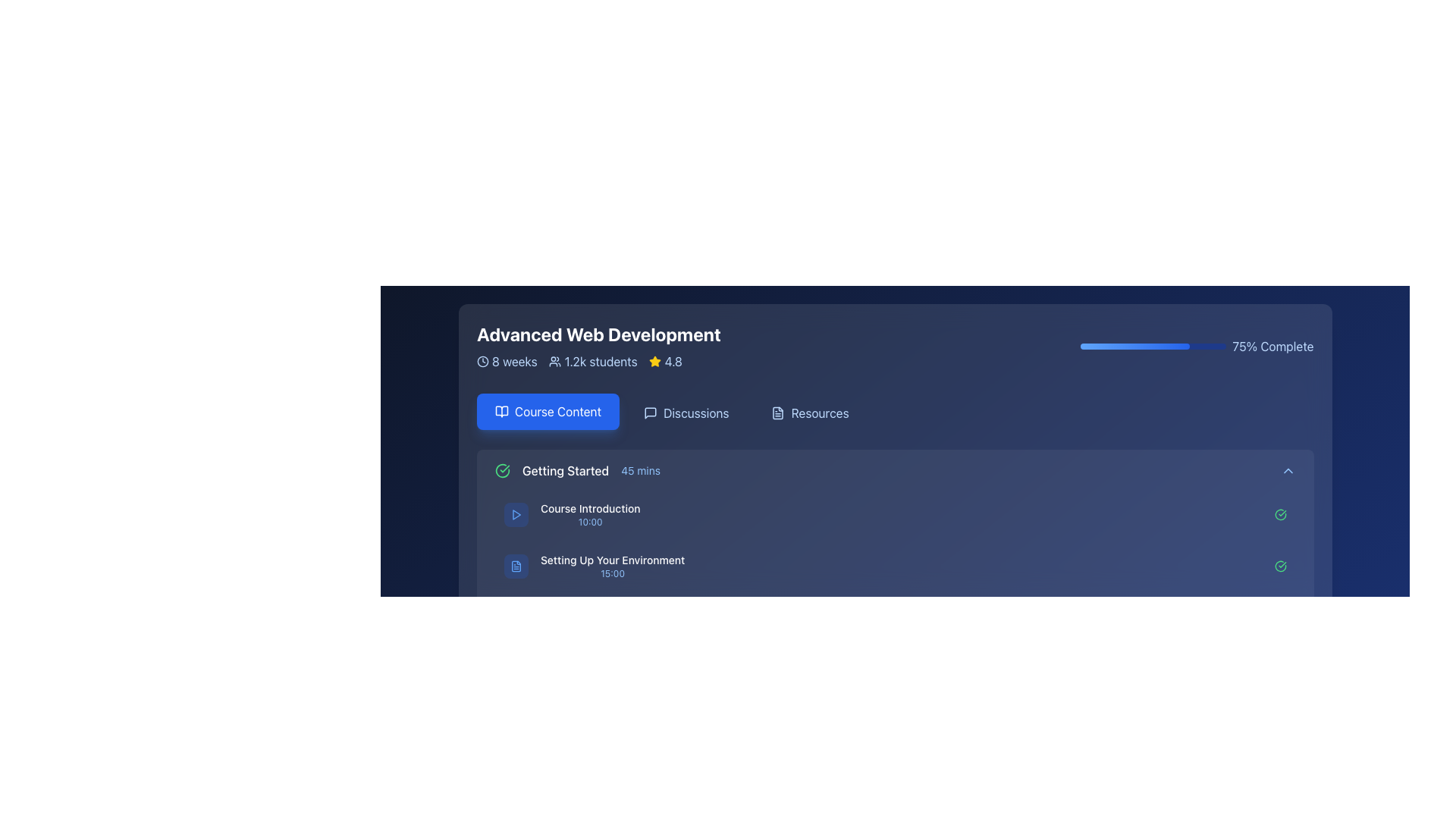 The image size is (1456, 819). What do you see at coordinates (571, 513) in the screenshot?
I see `the first clickable course module entry located` at bounding box center [571, 513].